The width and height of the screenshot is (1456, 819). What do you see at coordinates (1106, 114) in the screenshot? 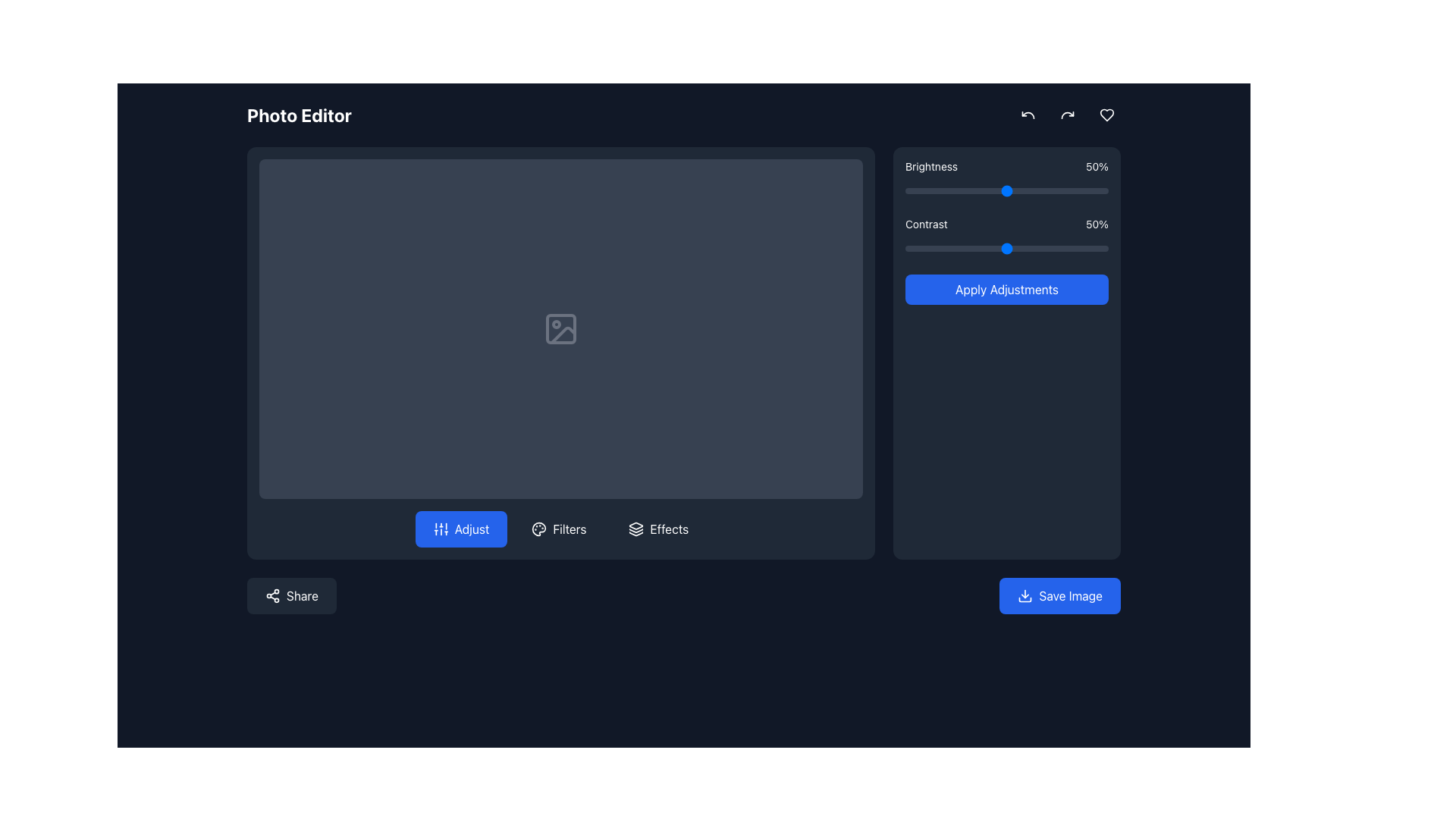
I see `the small circular button with a heart icon at its center in the top-right corner of the button group` at bounding box center [1106, 114].